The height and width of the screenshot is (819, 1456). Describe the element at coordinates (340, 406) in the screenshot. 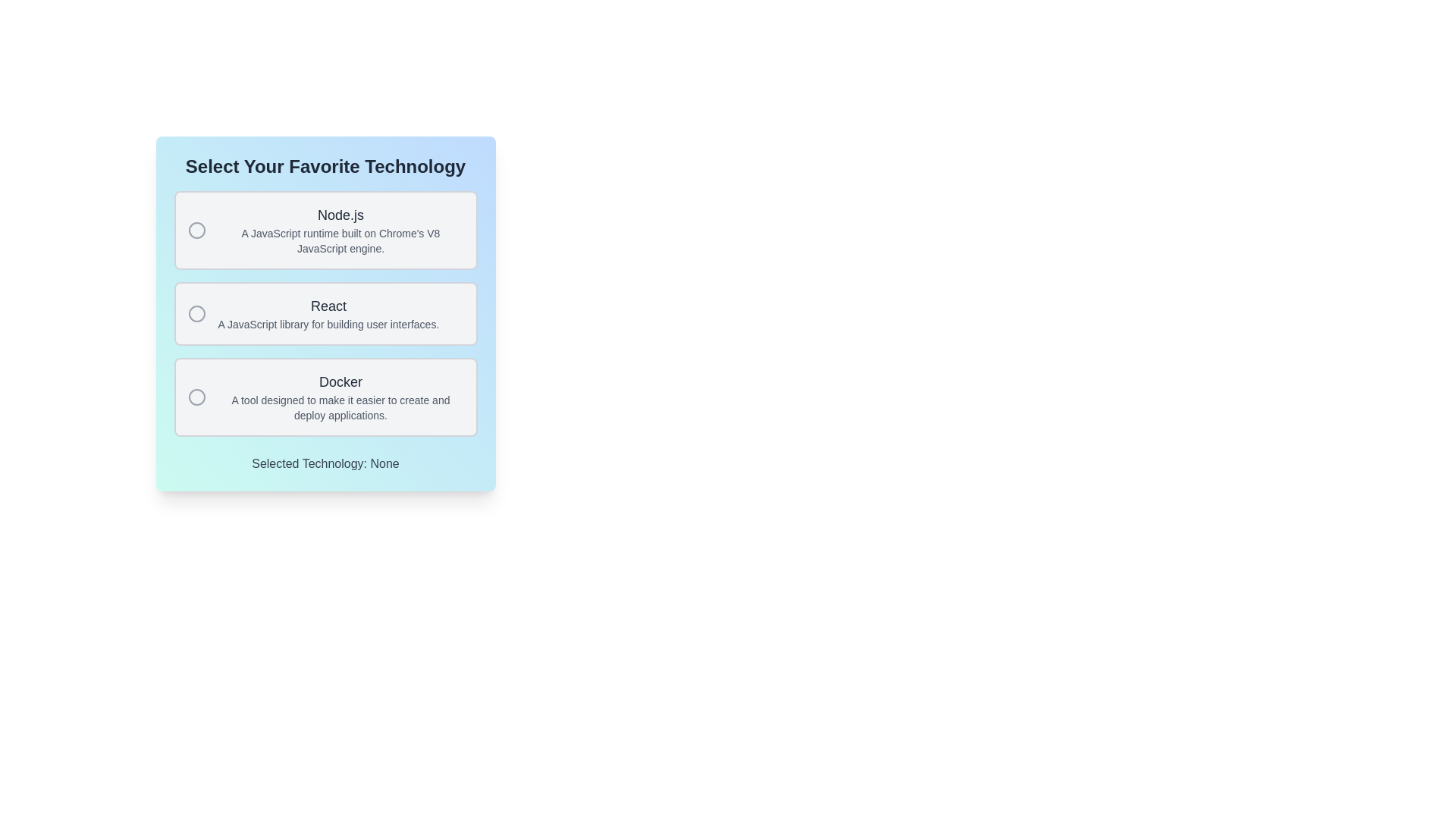

I see `the text label that reads 'A tool designed to make it easier to create and deploy applications.' located below the title 'Docker' within the third option card` at that location.